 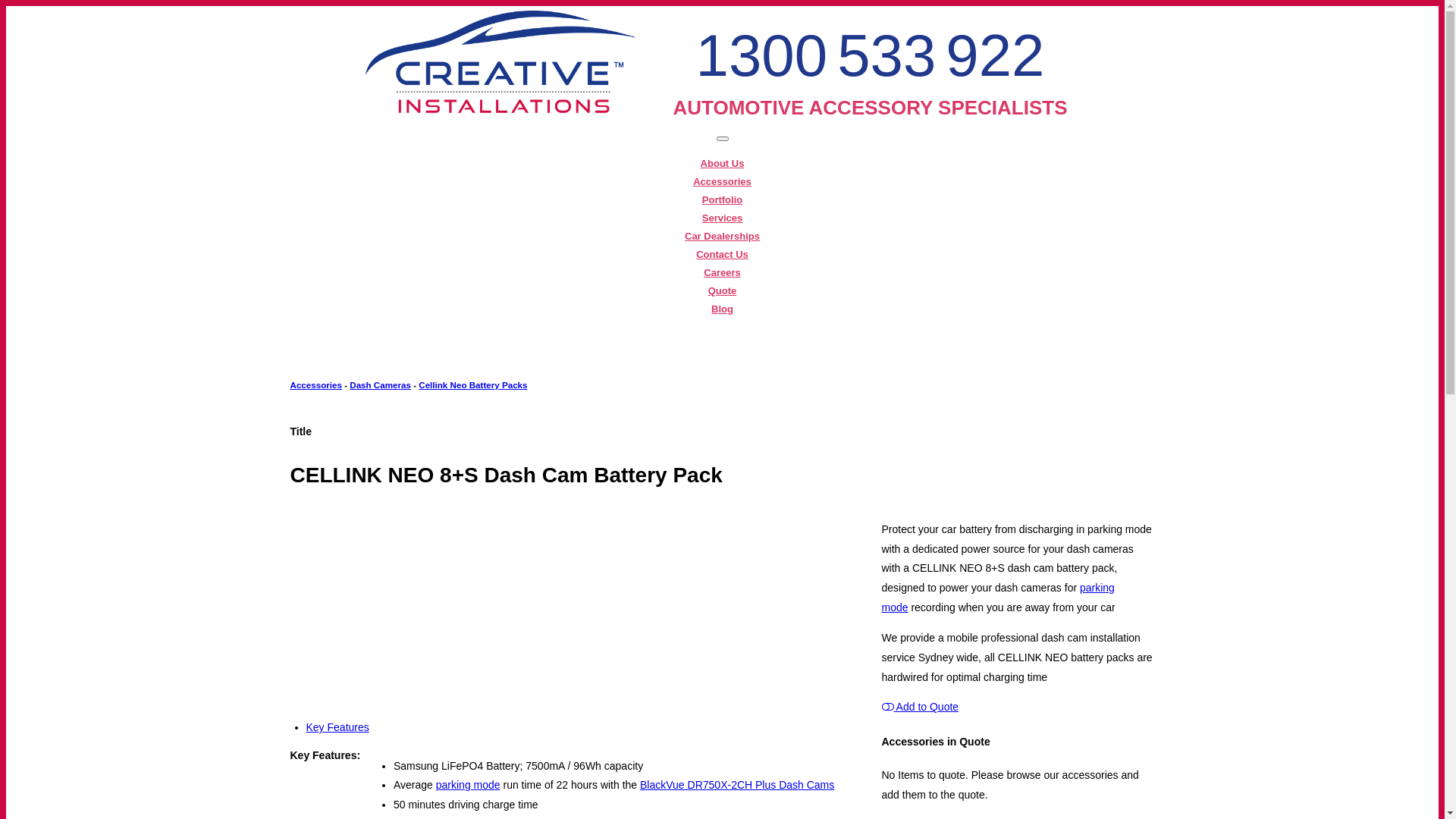 I want to click on 'Quote', so click(x=698, y=290).